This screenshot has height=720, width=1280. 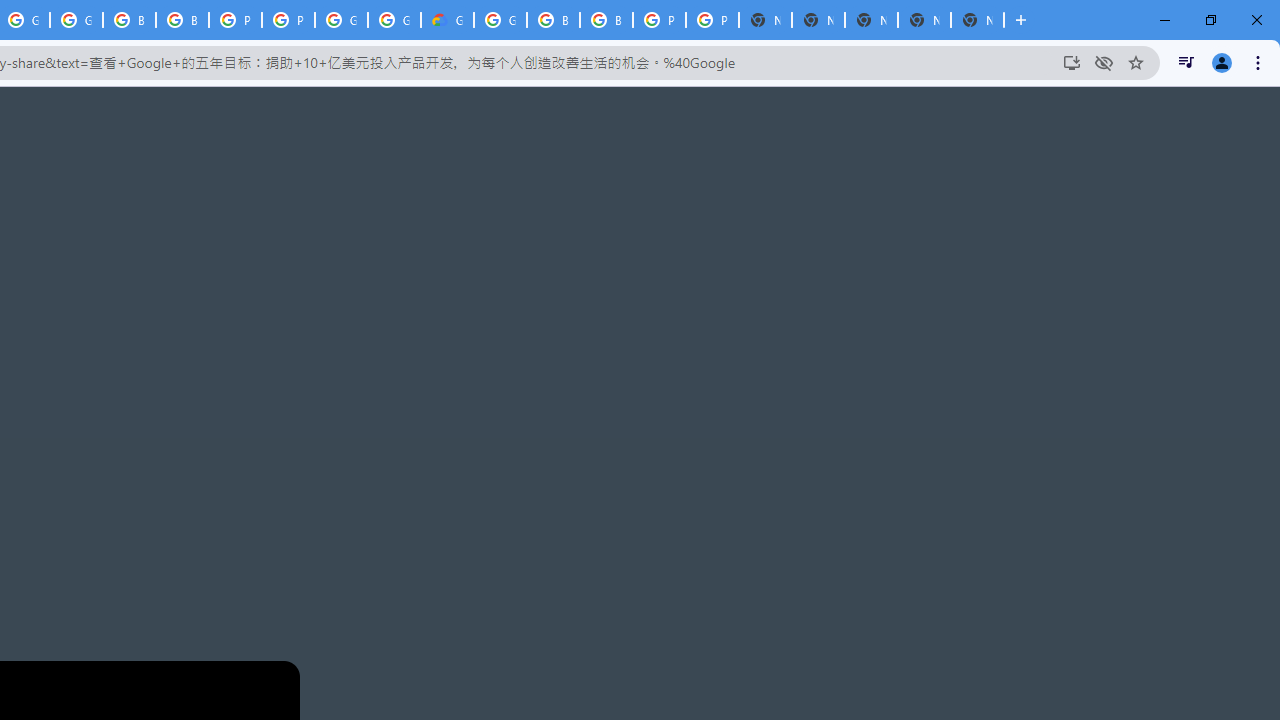 What do you see at coordinates (341, 20) in the screenshot?
I see `'Google Cloud Platform'` at bounding box center [341, 20].